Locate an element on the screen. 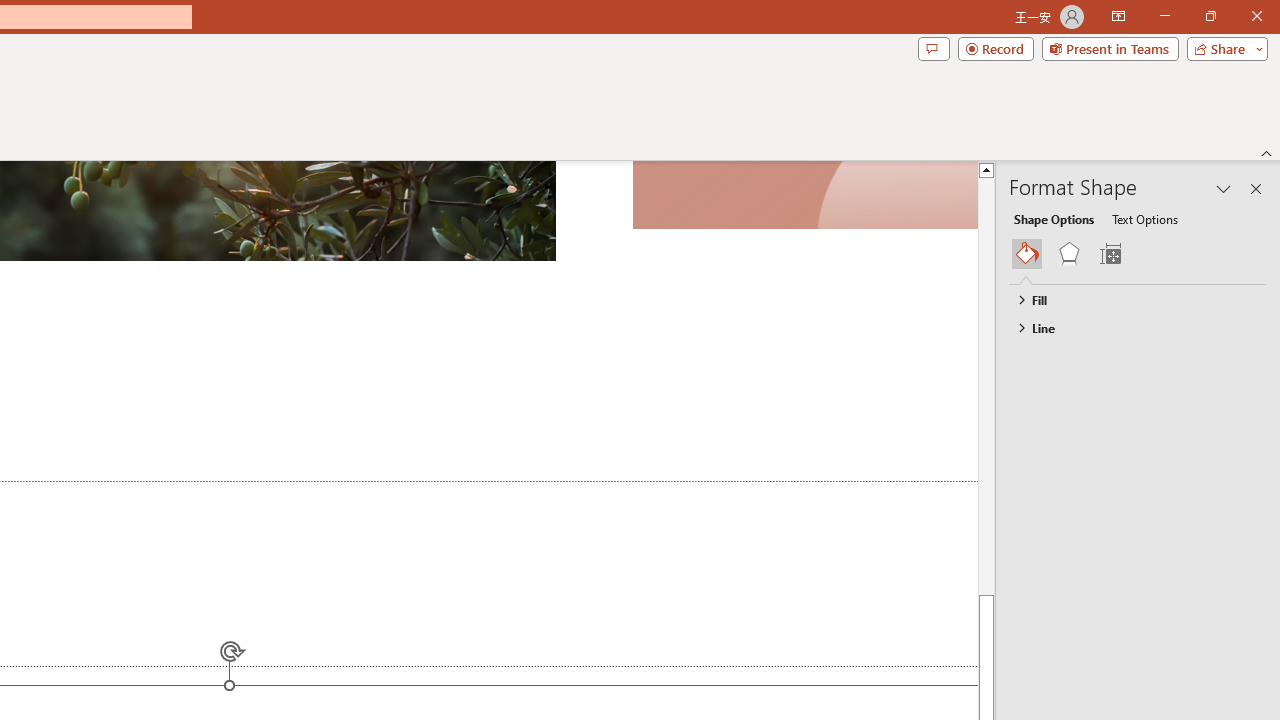  'Fill & Line' is located at coordinates (1027, 253).